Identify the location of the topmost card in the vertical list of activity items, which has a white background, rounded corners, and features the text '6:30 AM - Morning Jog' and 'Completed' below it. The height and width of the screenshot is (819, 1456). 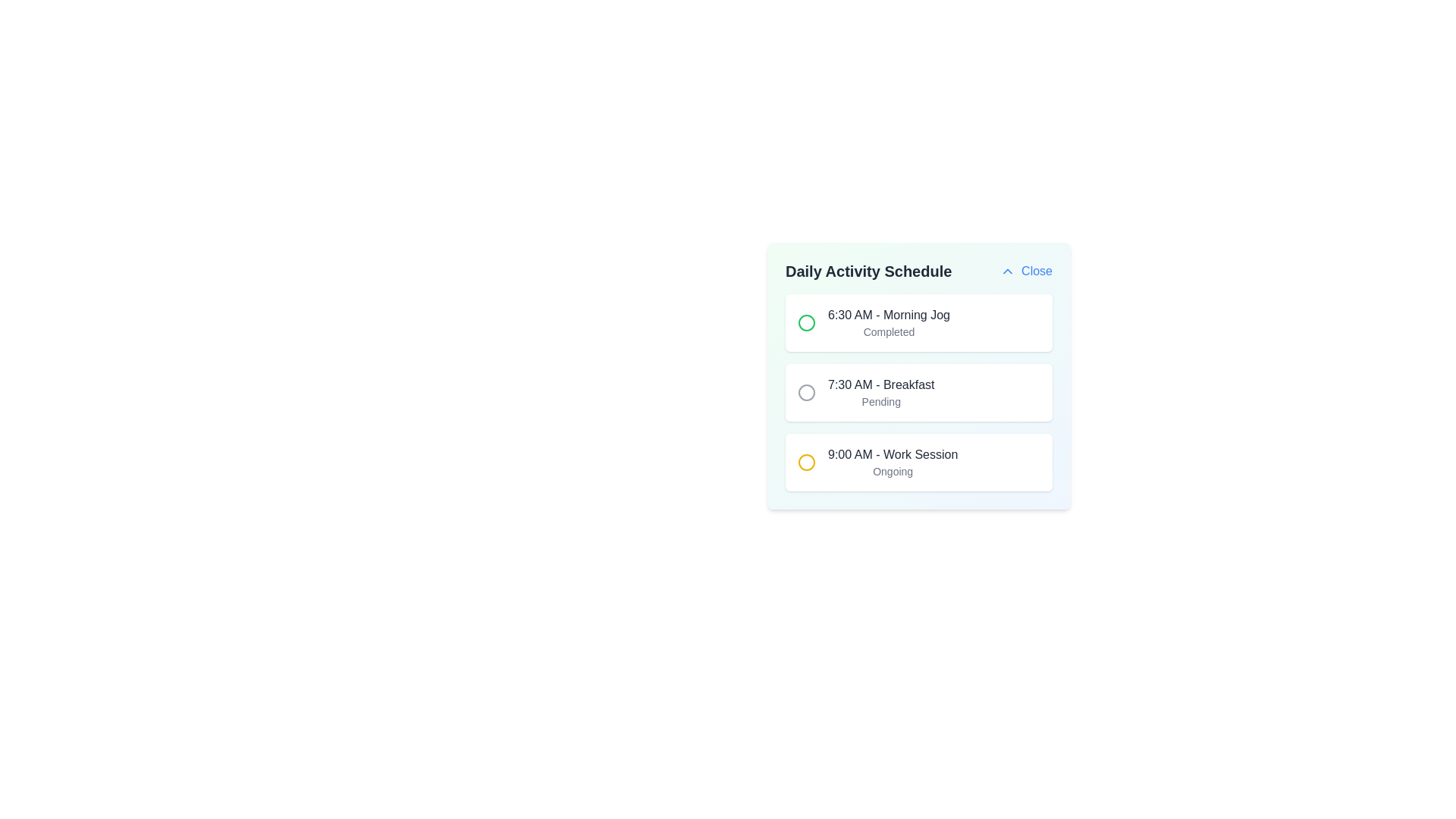
(918, 322).